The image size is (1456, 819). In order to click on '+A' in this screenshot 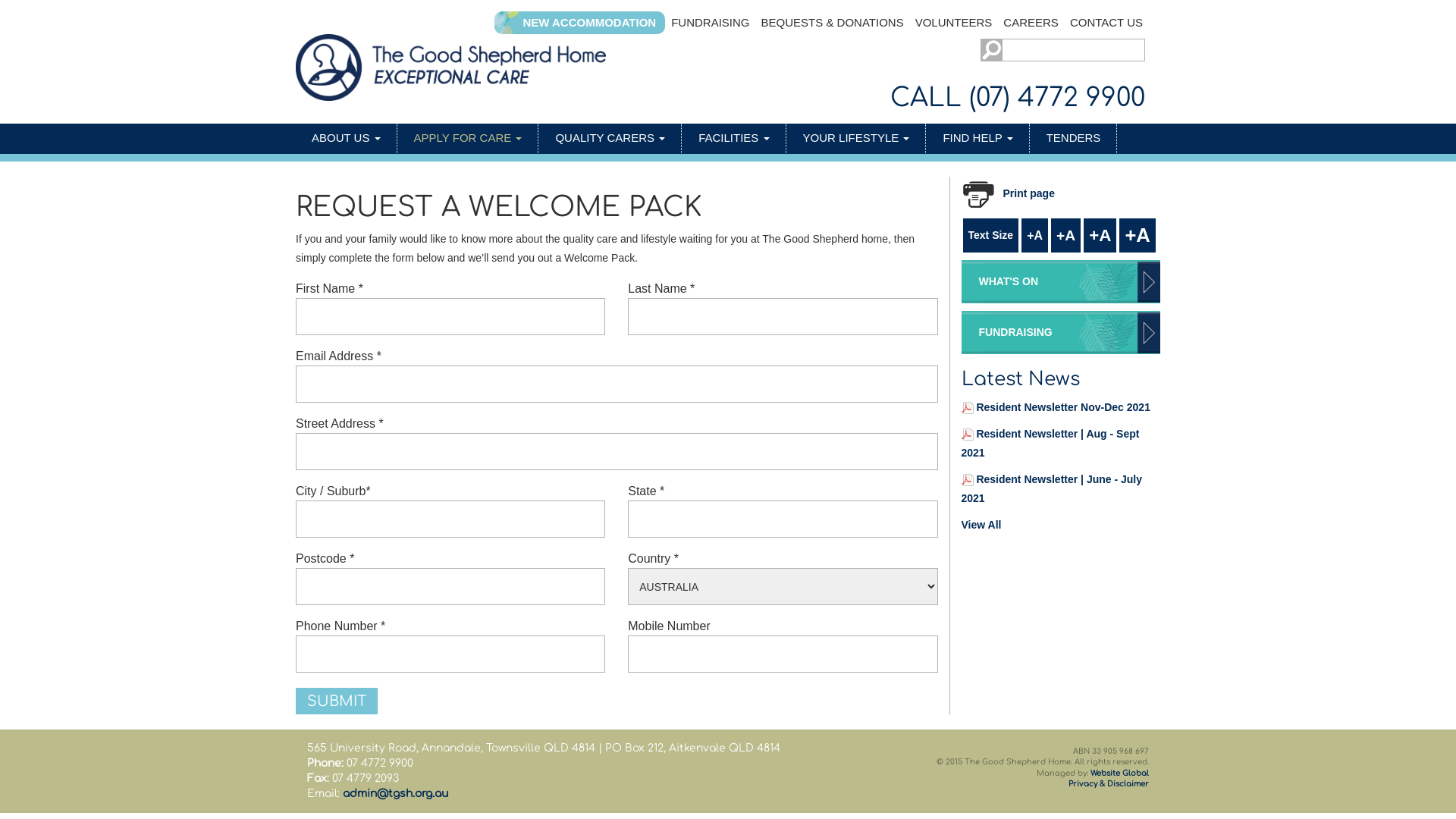, I will do `click(1034, 235)`.